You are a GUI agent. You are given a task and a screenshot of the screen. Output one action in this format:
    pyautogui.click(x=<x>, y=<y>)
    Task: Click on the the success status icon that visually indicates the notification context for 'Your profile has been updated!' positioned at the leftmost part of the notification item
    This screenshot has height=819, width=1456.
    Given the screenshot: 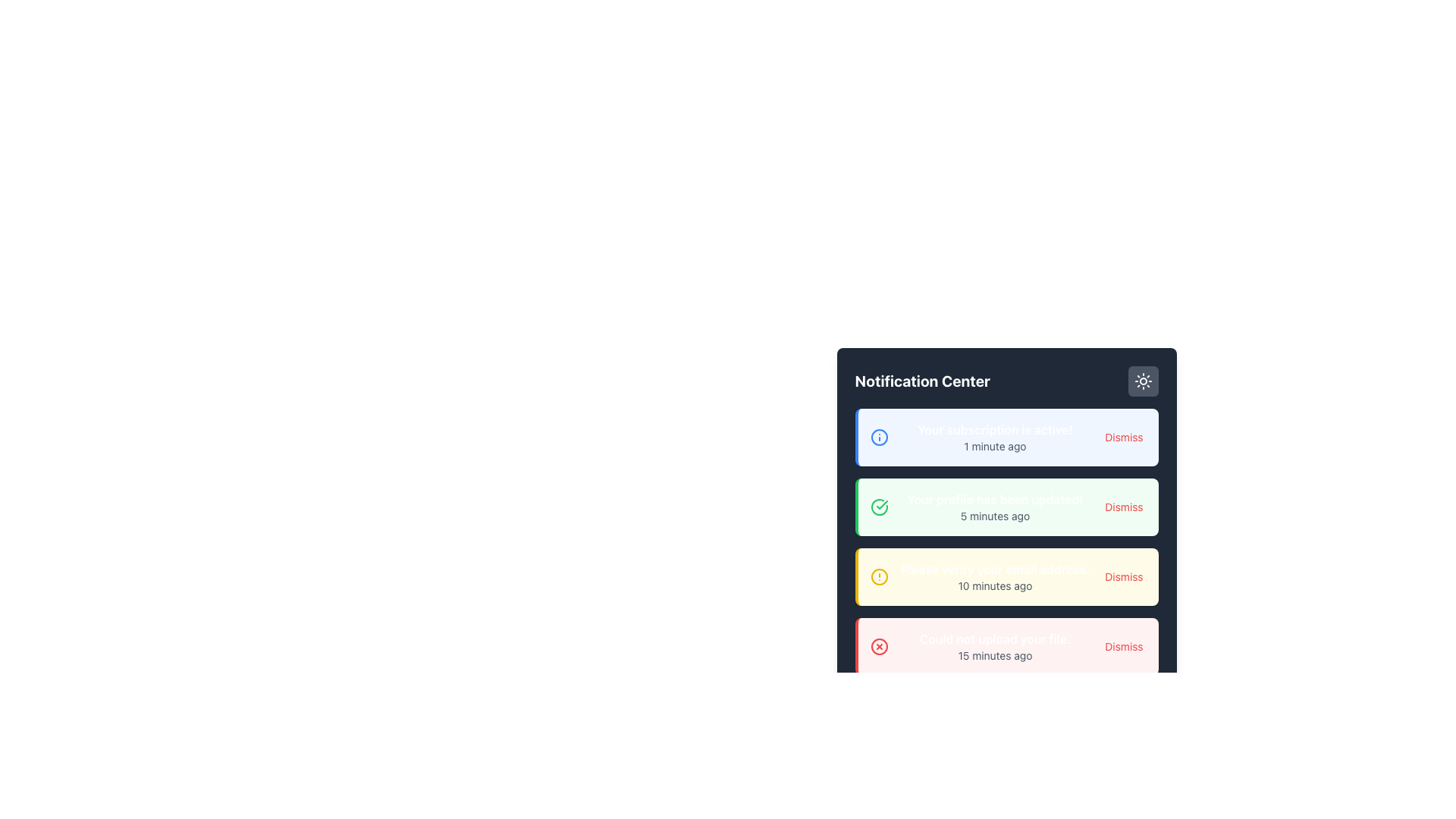 What is the action you would take?
    pyautogui.click(x=879, y=507)
    